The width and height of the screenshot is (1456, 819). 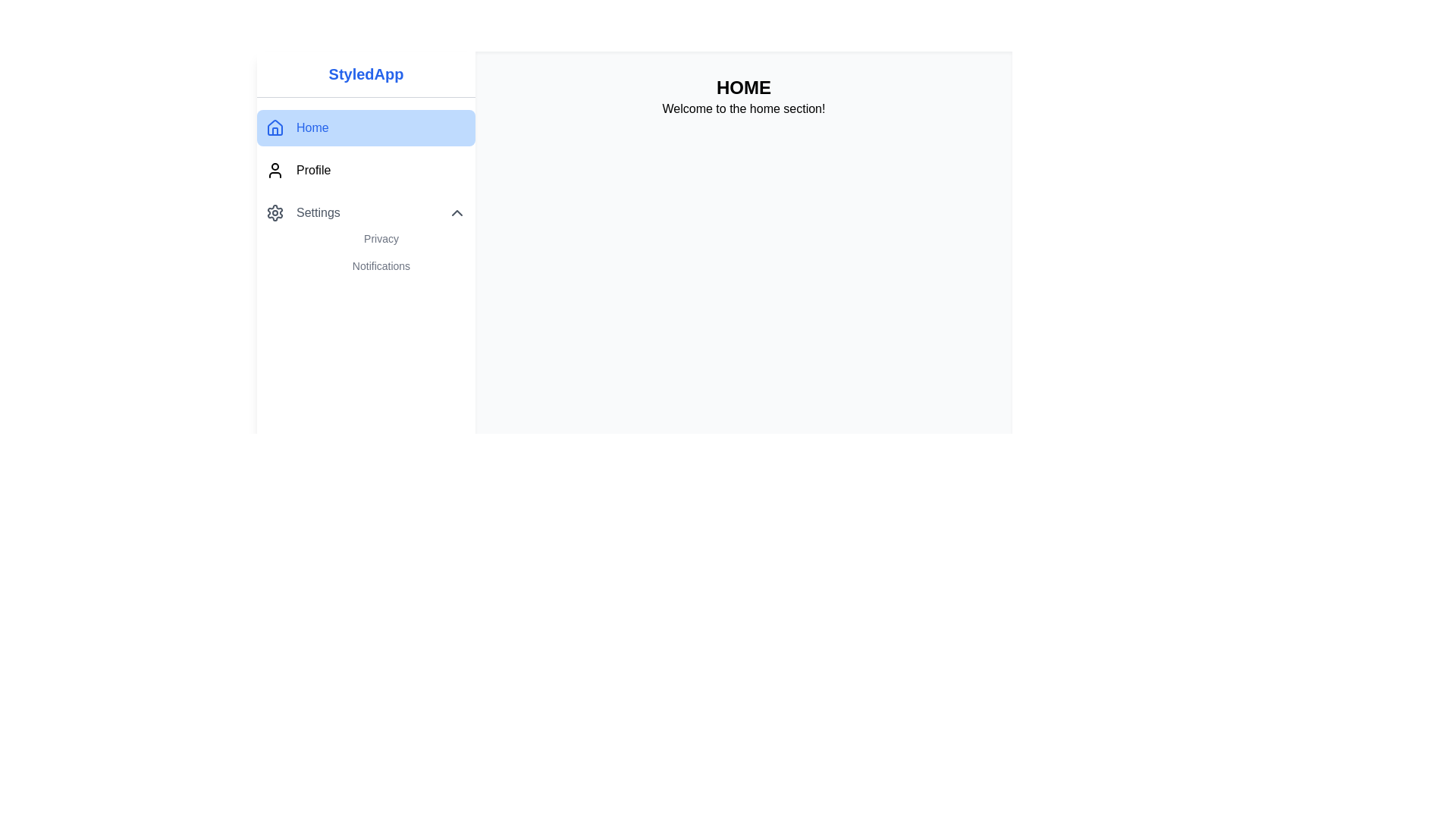 I want to click on the first navigation link or button in the 'Settings' sidebar that allows access to the Privacy section, so click(x=381, y=239).